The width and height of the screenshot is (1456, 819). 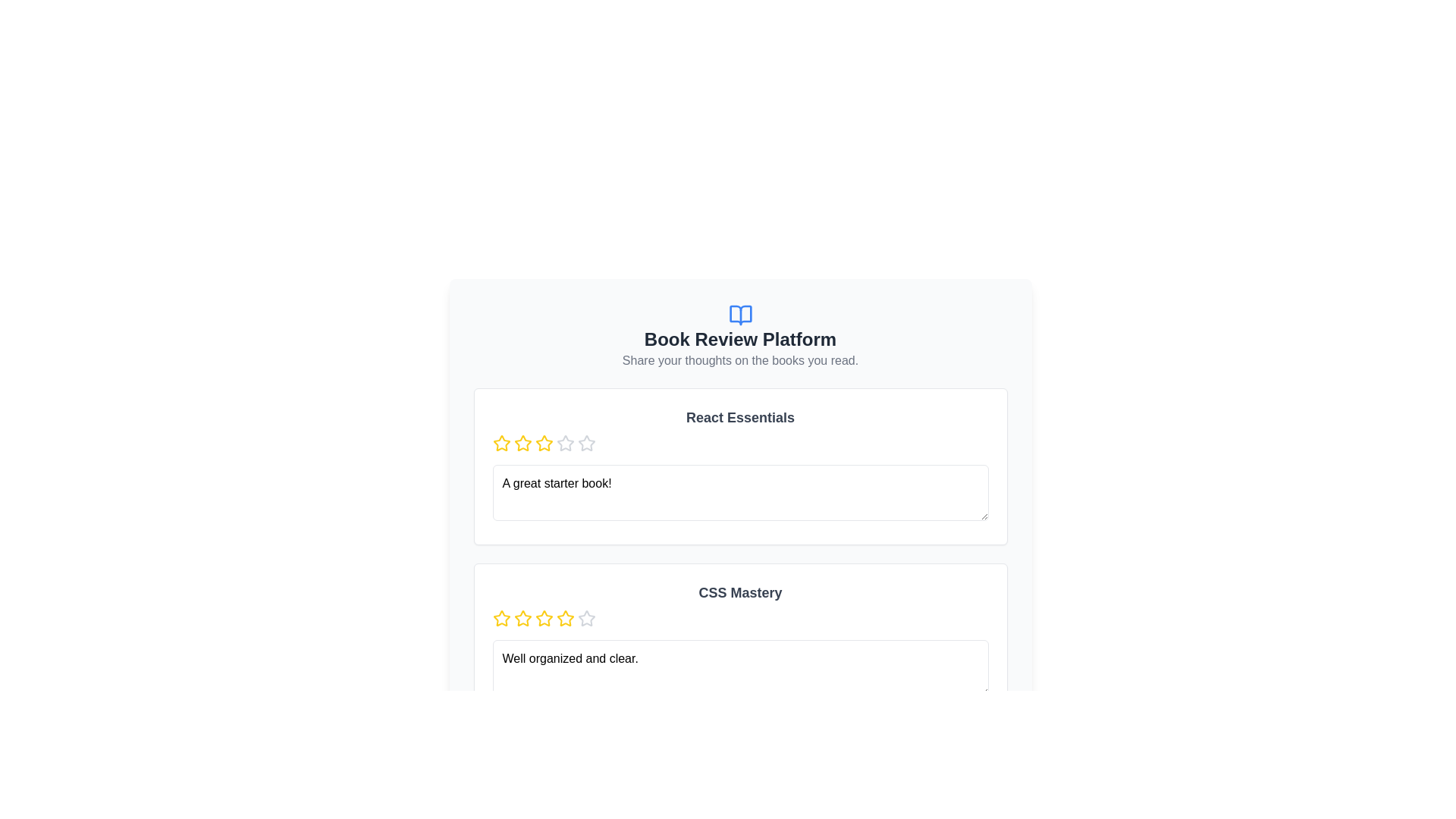 What do you see at coordinates (544, 792) in the screenshot?
I see `the interactive star icon for potential sorting in the rating section under the 'CSS Mastery' book review, specifically the third gray star from the left in the third row of stars` at bounding box center [544, 792].